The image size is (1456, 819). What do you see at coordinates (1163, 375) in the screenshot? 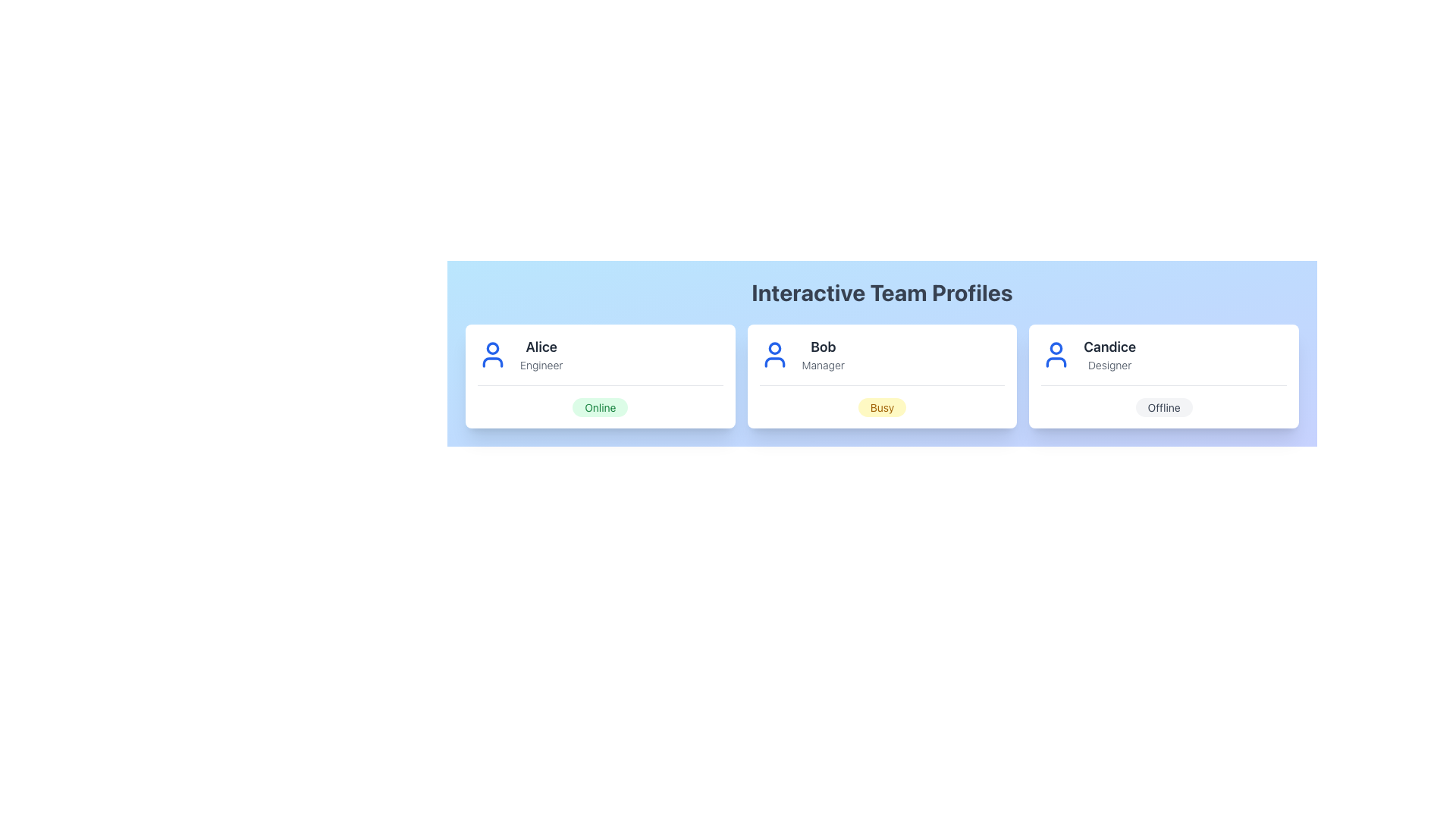
I see `the user details card for the user currently offline, which is the third card in the grid layout located in the rightmost column` at bounding box center [1163, 375].